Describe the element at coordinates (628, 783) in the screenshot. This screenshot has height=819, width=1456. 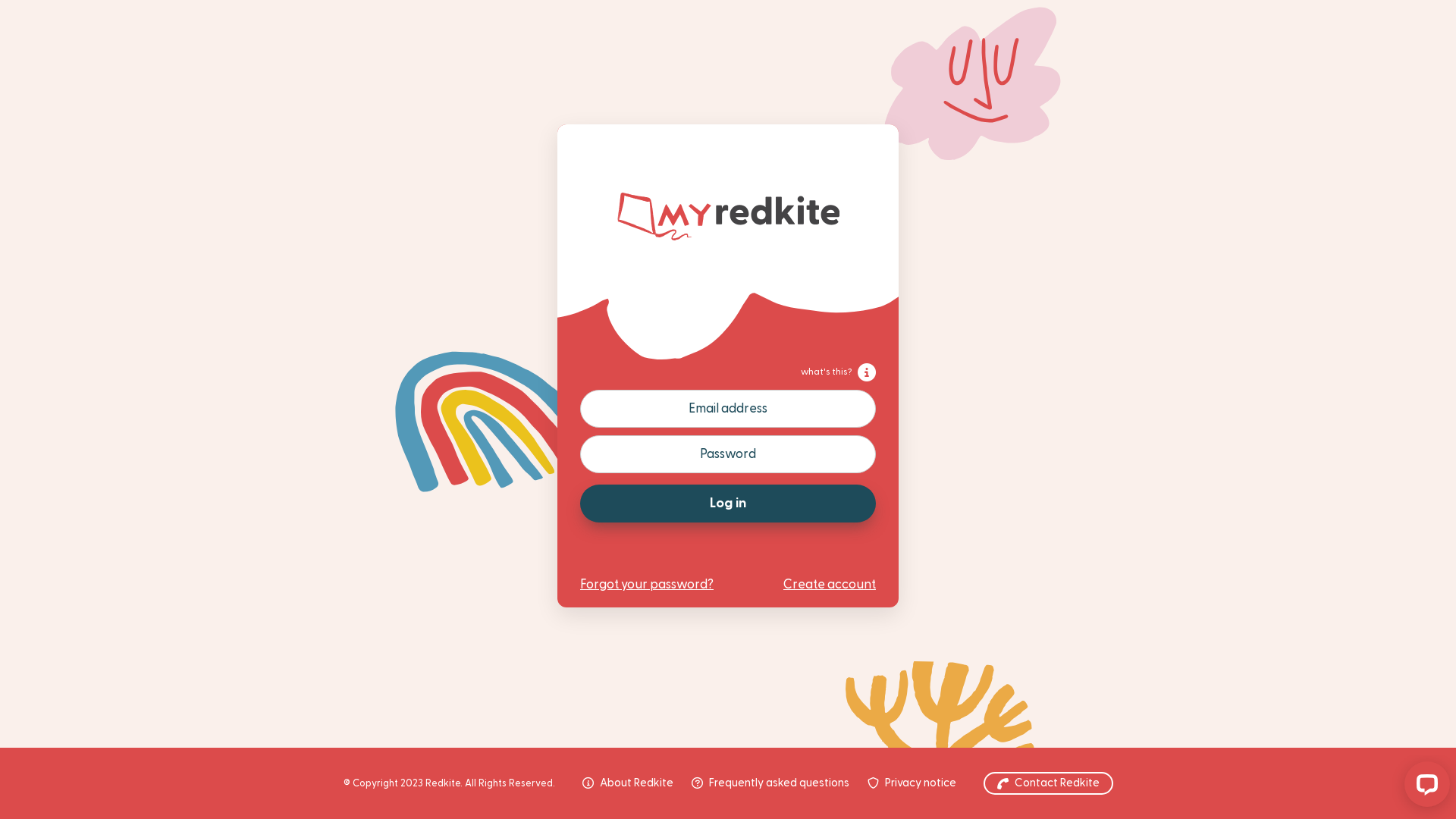
I see `'About Redkite'` at that location.